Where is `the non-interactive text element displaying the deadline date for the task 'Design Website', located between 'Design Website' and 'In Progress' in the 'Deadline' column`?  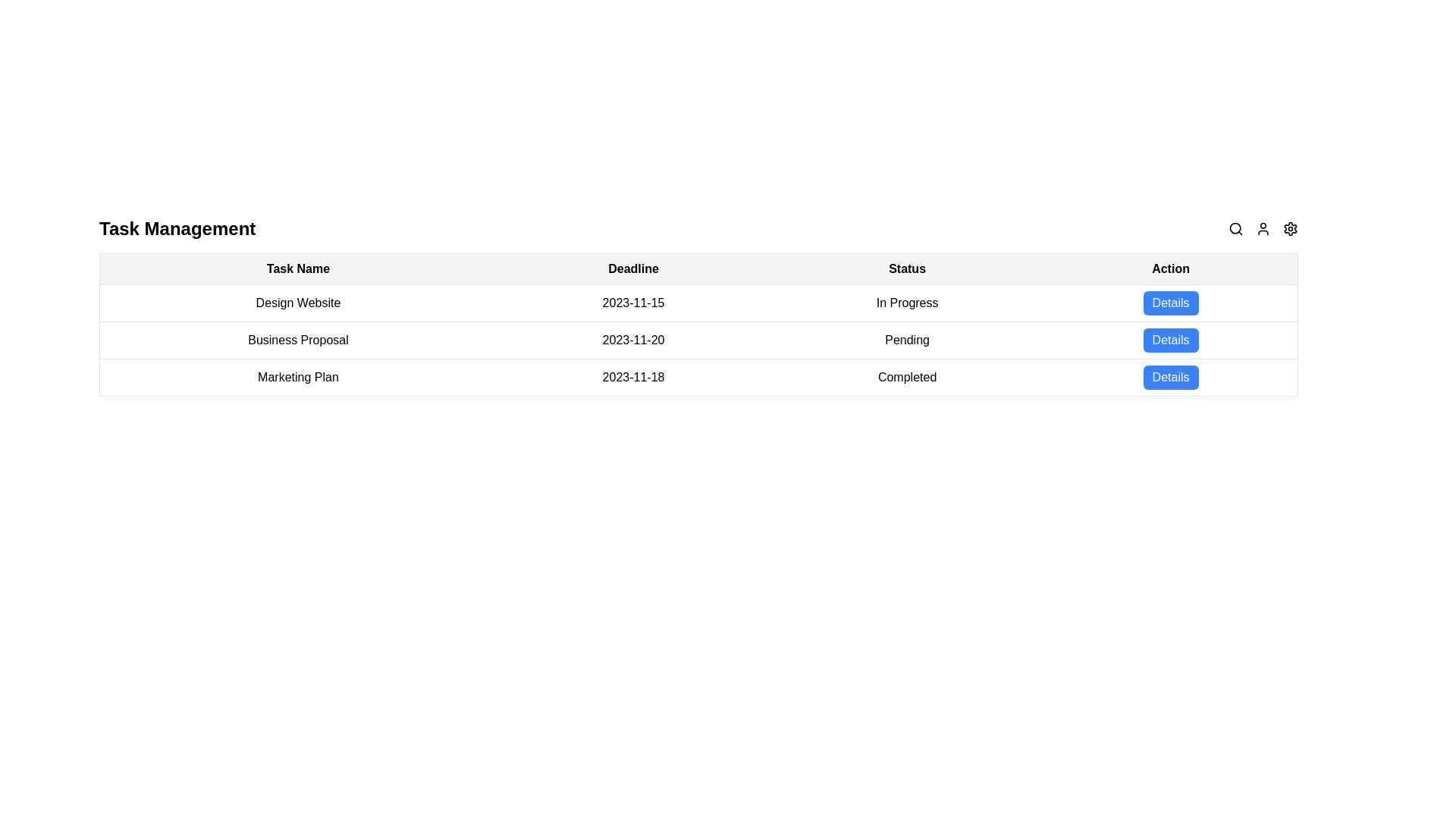
the non-interactive text element displaying the deadline date for the task 'Design Website', located between 'Design Website' and 'In Progress' in the 'Deadline' column is located at coordinates (633, 303).